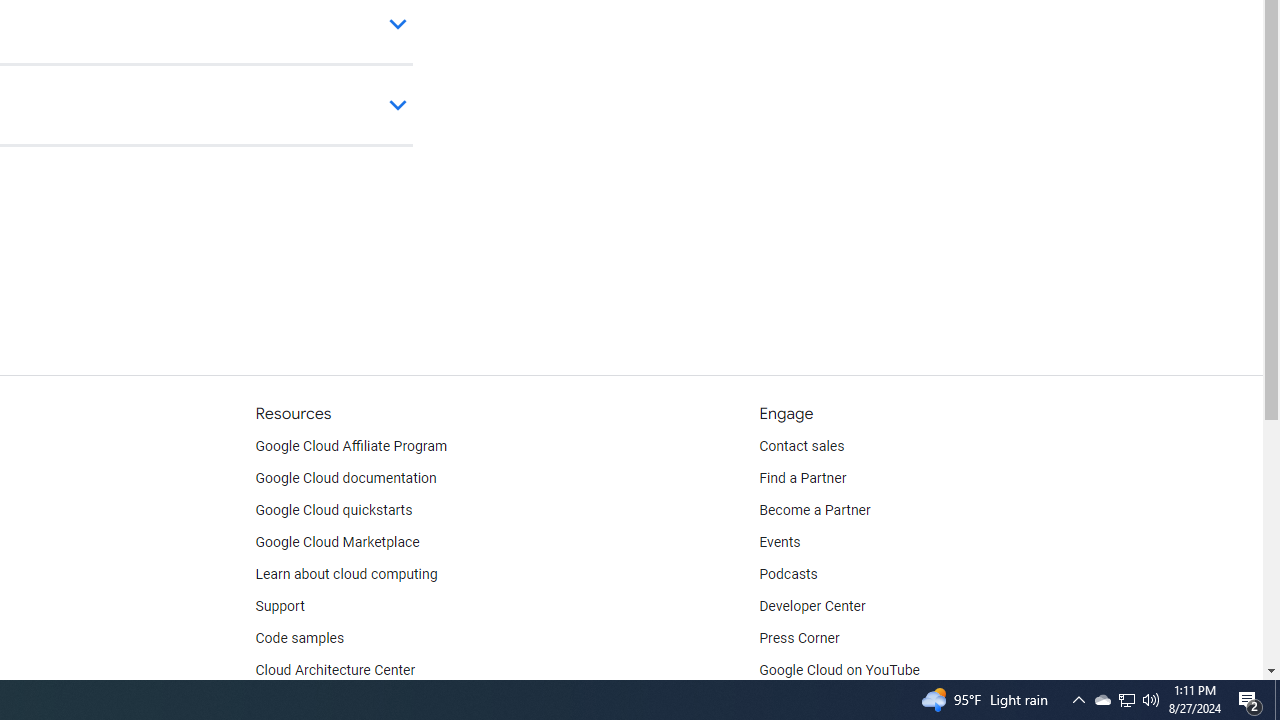 The height and width of the screenshot is (720, 1280). I want to click on 'Google Cloud quickstarts', so click(334, 510).